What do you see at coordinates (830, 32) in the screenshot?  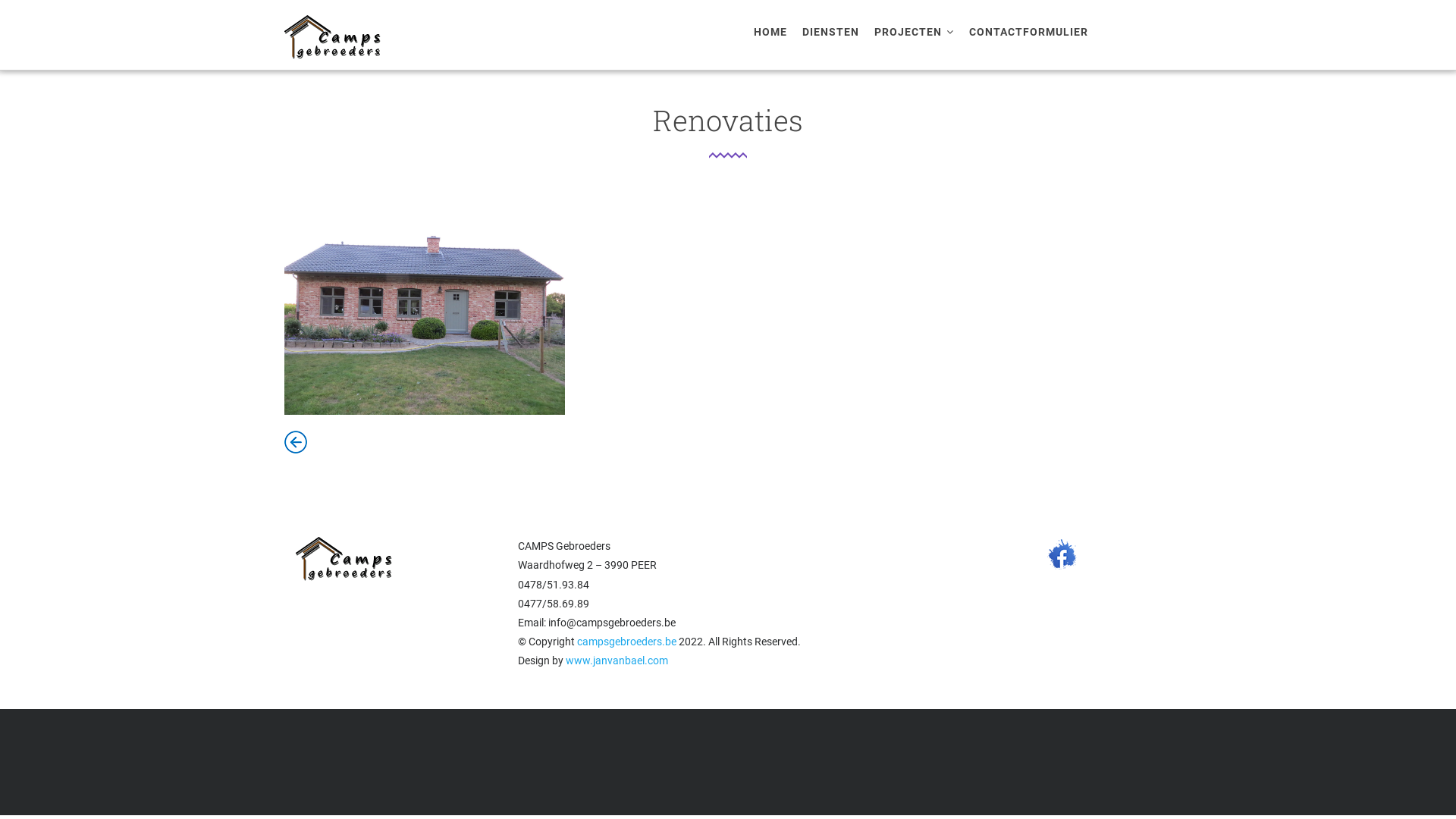 I see `'DIENSTEN'` at bounding box center [830, 32].